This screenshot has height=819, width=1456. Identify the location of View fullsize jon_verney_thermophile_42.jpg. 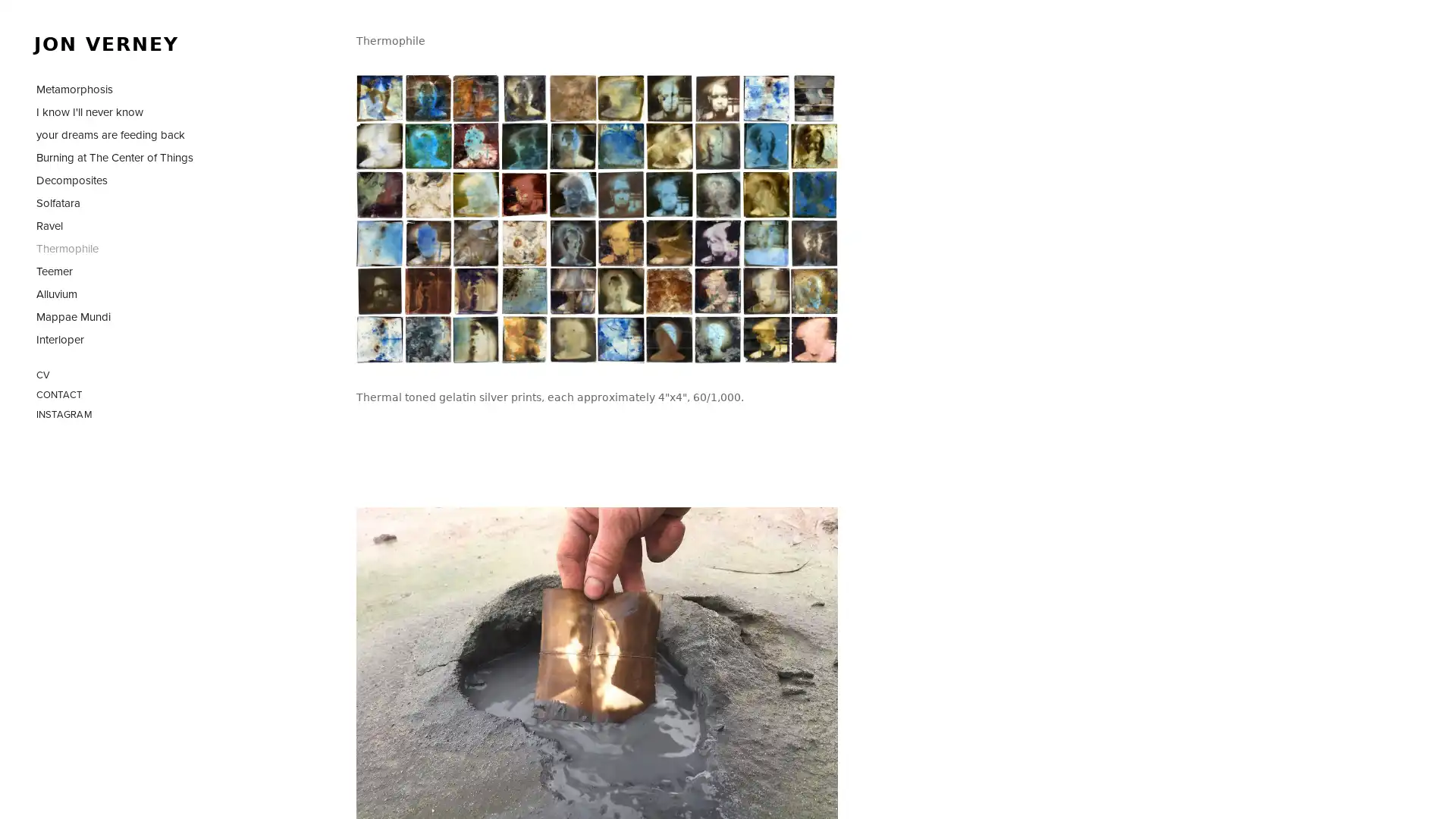
(524, 291).